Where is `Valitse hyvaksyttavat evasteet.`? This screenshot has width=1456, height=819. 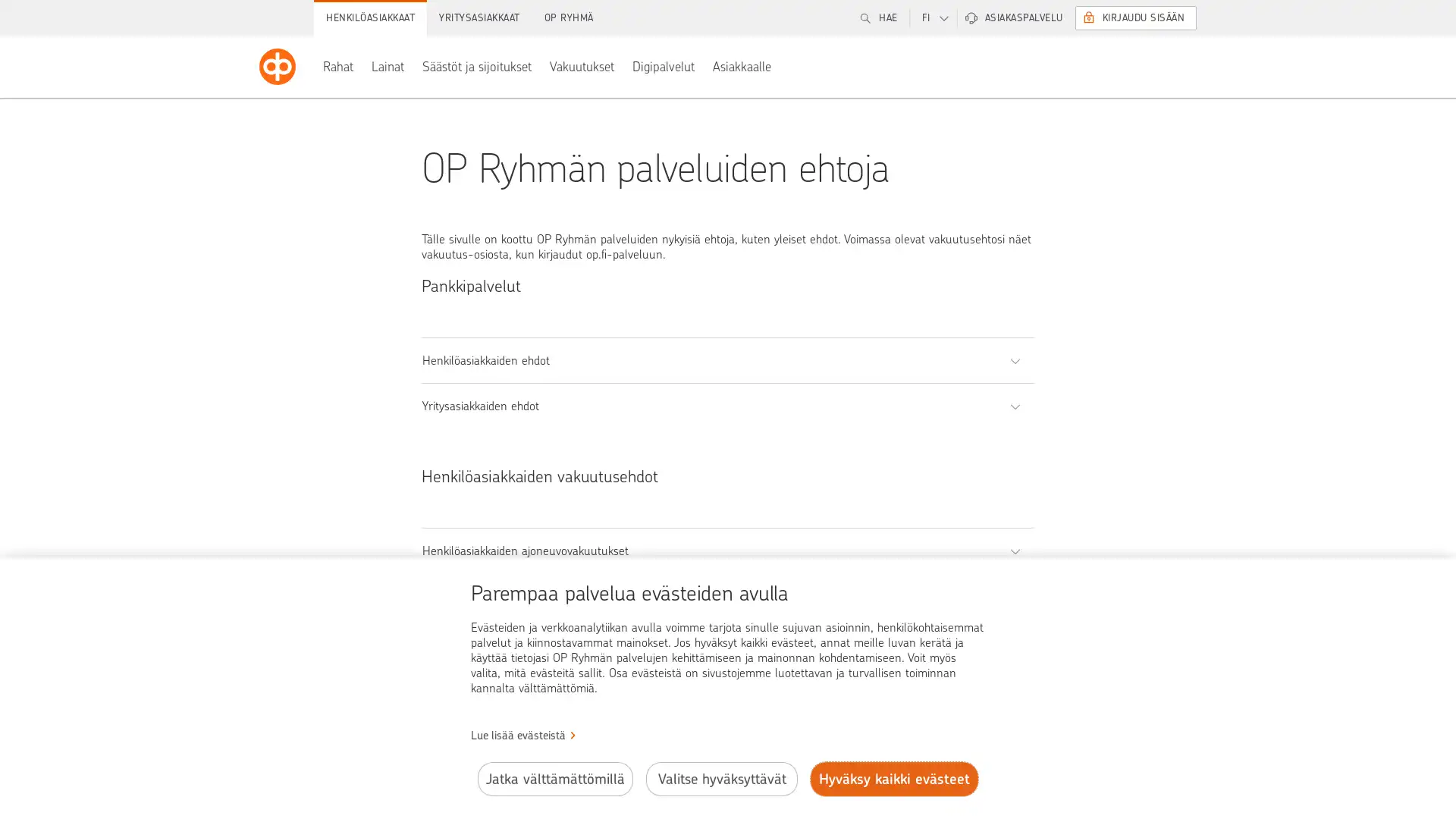
Valitse hyvaksyttavat evasteet. is located at coordinates (720, 779).